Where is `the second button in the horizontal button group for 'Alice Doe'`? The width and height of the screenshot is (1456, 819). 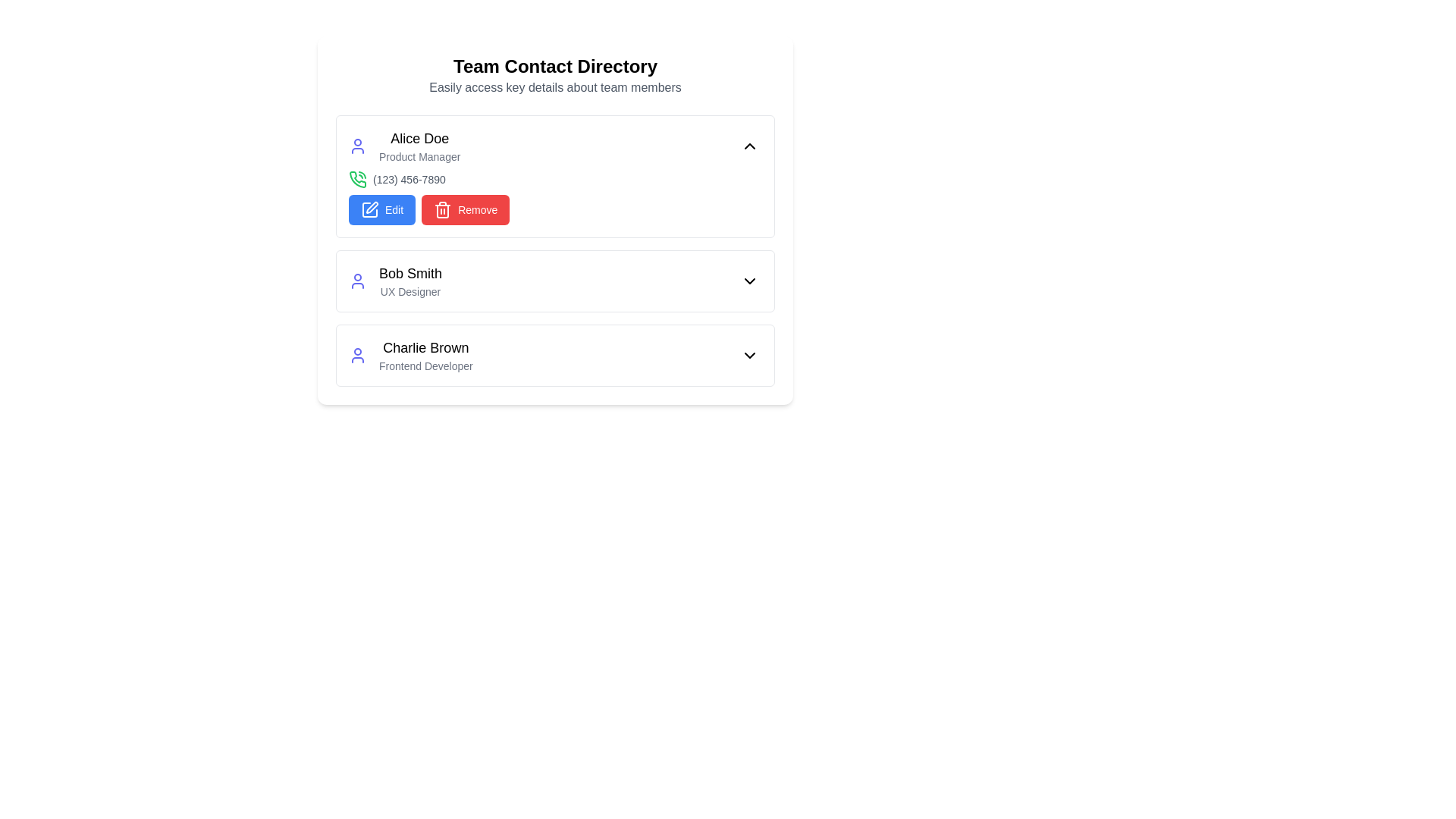
the second button in the horizontal button group for 'Alice Doe' is located at coordinates (465, 210).